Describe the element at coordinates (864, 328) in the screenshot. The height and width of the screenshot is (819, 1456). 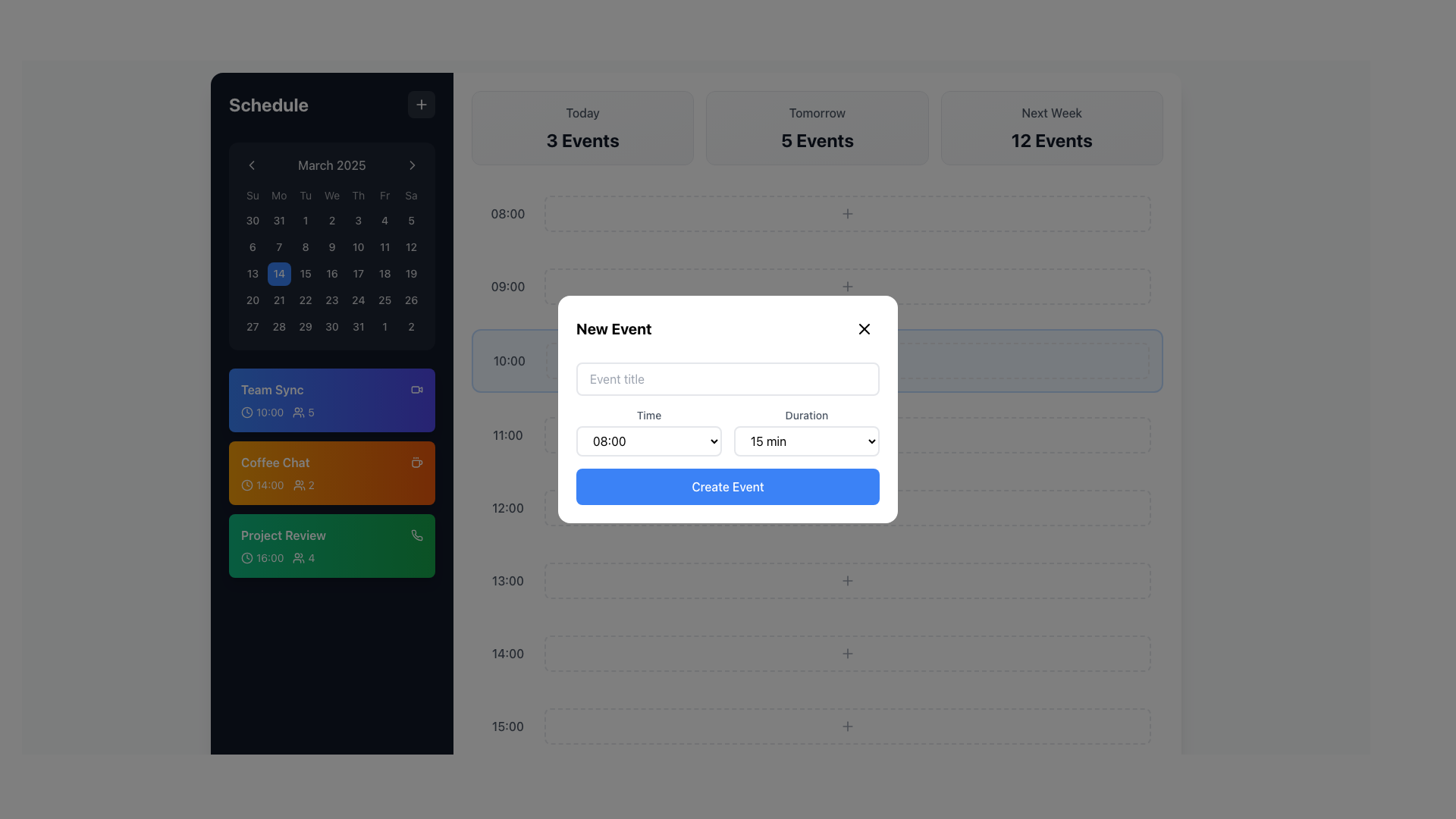
I see `the close button icon located in the top-right corner of the 'New Event' modal` at that location.